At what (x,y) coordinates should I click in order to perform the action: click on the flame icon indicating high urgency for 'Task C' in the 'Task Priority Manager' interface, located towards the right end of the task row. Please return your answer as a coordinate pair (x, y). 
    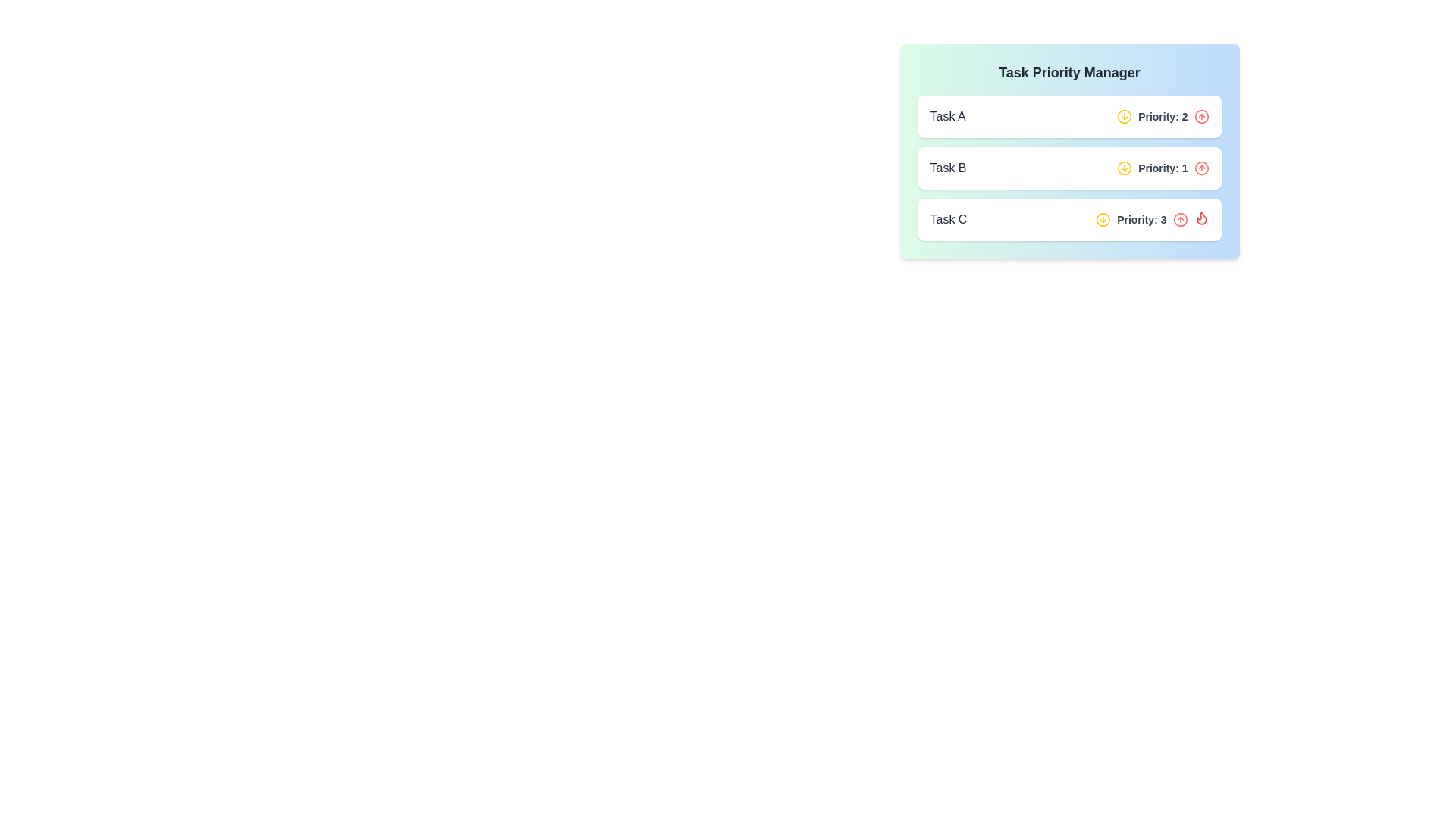
    Looking at the image, I should click on (1200, 218).